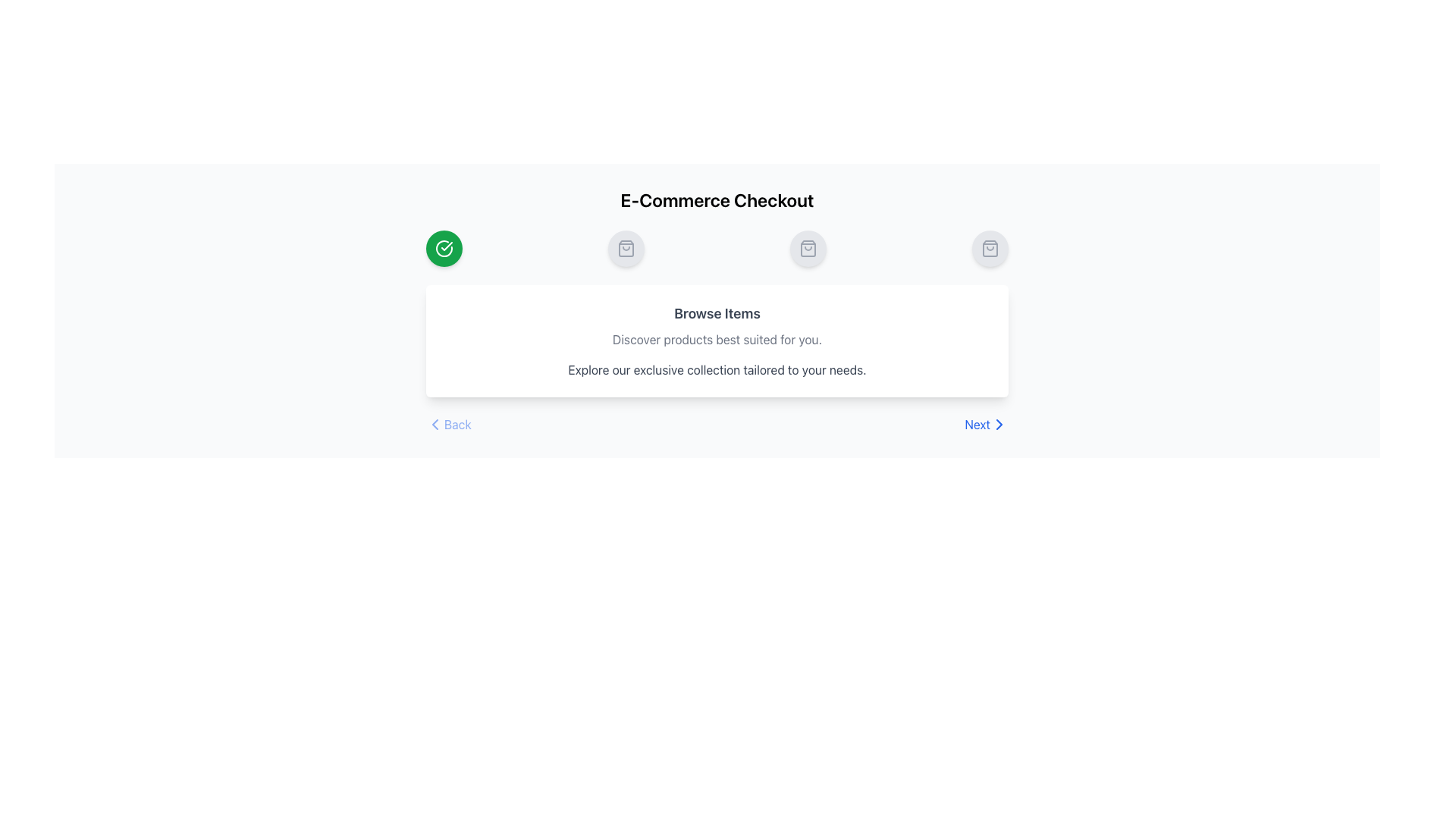 The height and width of the screenshot is (819, 1456). I want to click on the second circular Icon Button representing 'Browse Items' in the e-commerce checkout process, so click(626, 247).